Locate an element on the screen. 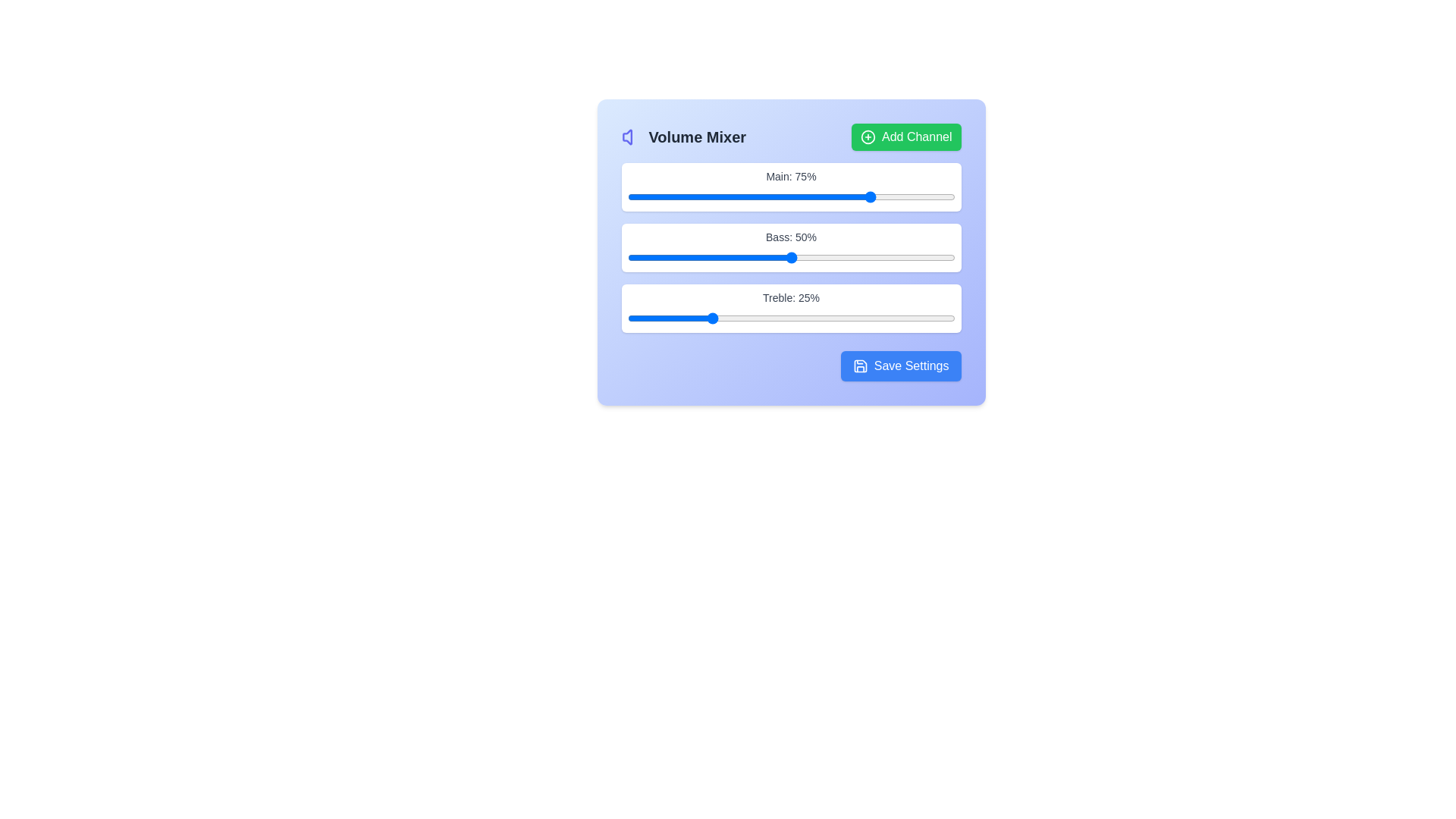 The width and height of the screenshot is (1456, 819). the 'Treble' range slider is located at coordinates (790, 308).